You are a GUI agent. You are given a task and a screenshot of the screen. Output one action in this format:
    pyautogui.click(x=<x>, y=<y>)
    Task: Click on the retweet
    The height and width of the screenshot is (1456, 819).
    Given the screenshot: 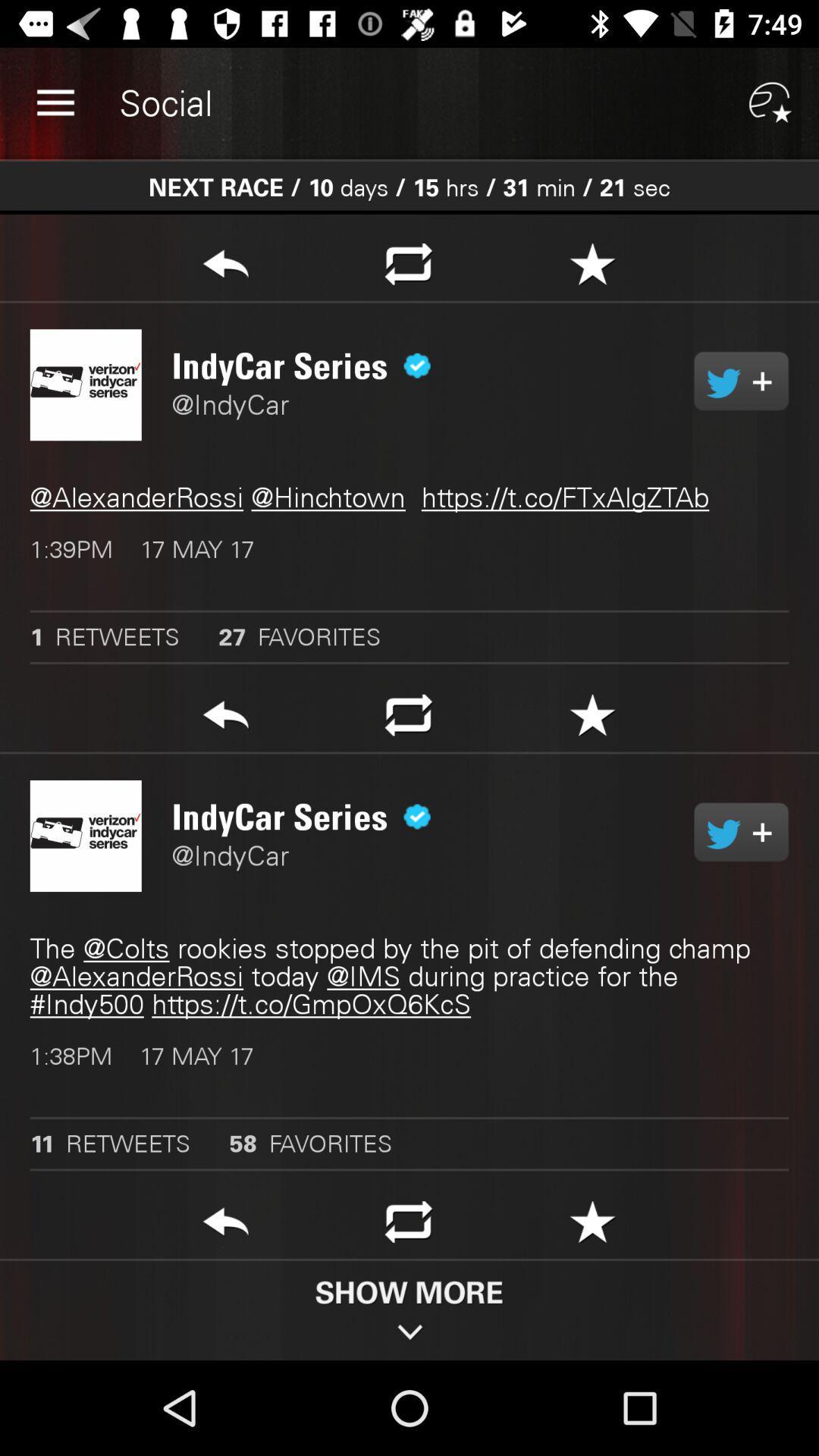 What is the action you would take?
    pyautogui.click(x=408, y=1226)
    